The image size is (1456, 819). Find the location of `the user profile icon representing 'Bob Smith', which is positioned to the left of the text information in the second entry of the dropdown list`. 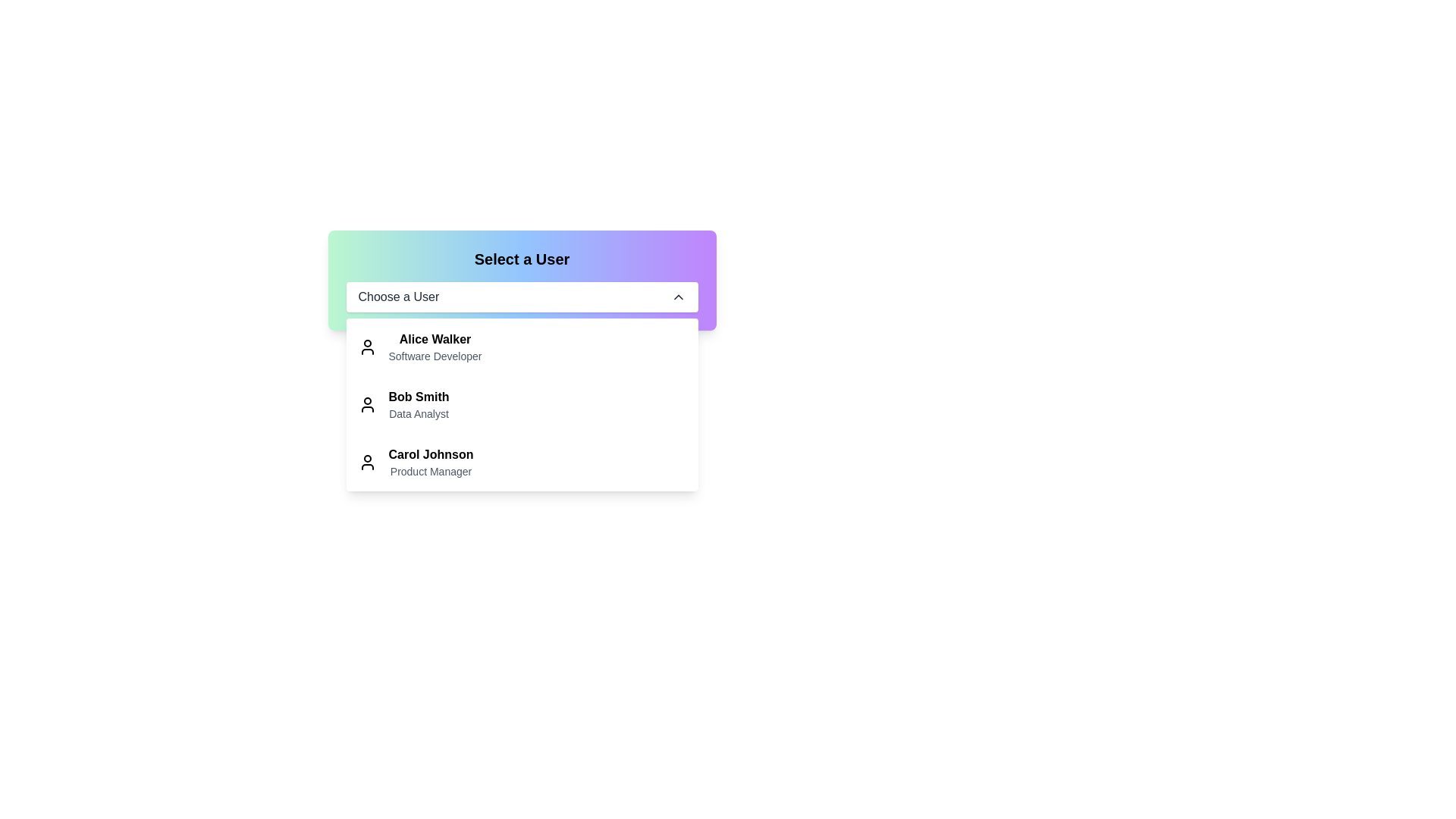

the user profile icon representing 'Bob Smith', which is positioned to the left of the text information in the second entry of the dropdown list is located at coordinates (367, 403).